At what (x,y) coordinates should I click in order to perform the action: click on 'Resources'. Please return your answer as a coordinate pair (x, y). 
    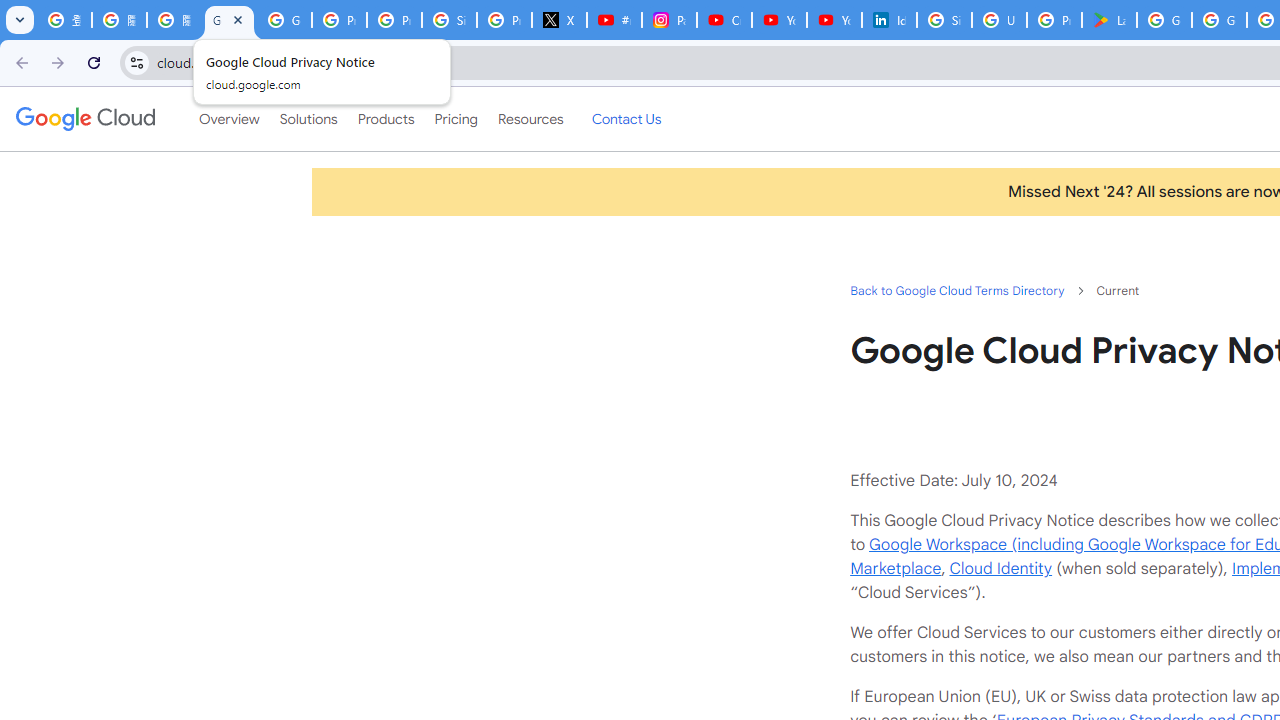
    Looking at the image, I should click on (530, 119).